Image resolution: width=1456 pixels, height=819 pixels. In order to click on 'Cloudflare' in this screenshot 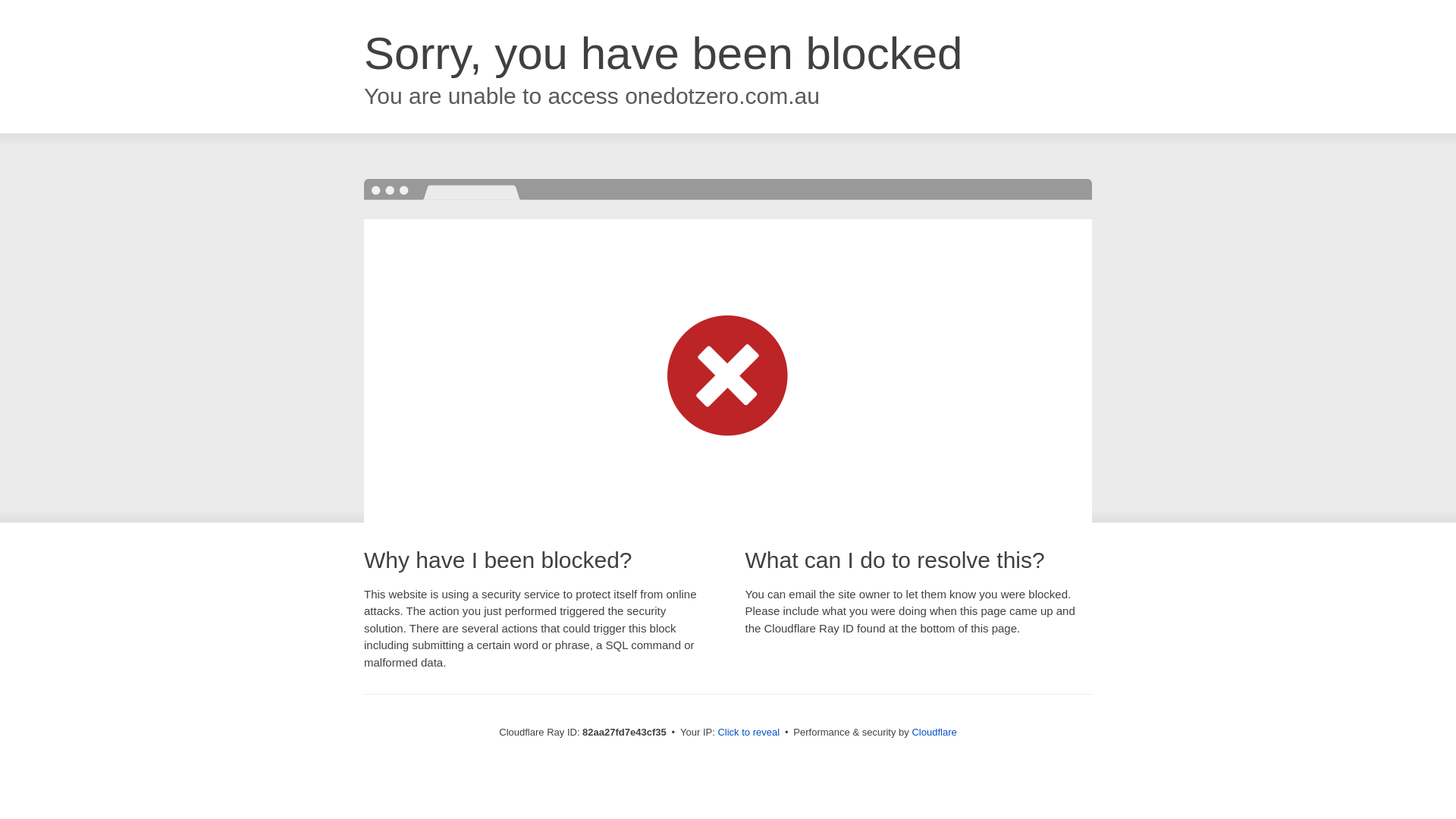, I will do `click(933, 731)`.